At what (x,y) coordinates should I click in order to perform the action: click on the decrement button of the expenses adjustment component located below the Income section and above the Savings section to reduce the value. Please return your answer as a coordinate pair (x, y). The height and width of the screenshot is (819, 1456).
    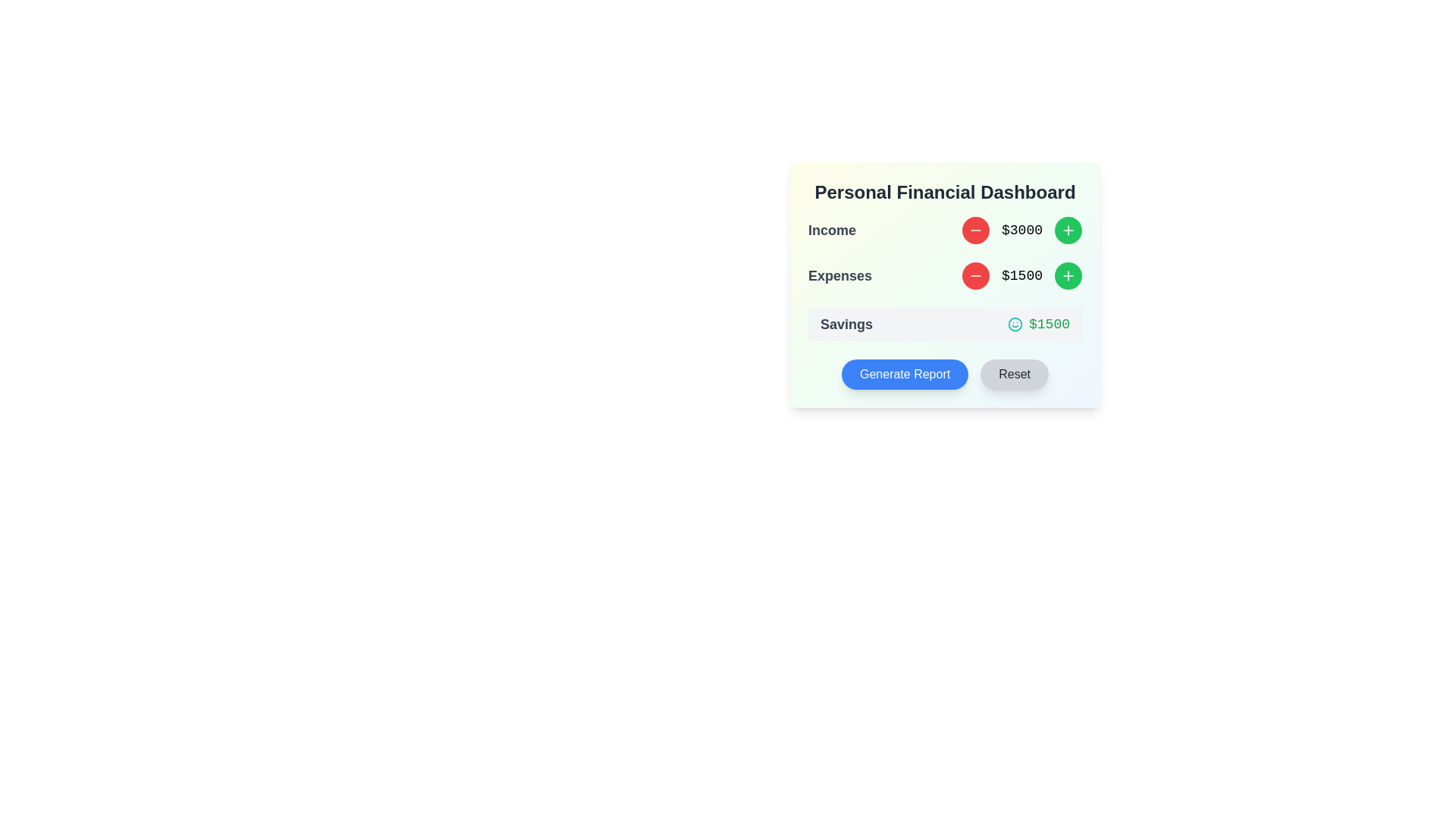
    Looking at the image, I should click on (944, 275).